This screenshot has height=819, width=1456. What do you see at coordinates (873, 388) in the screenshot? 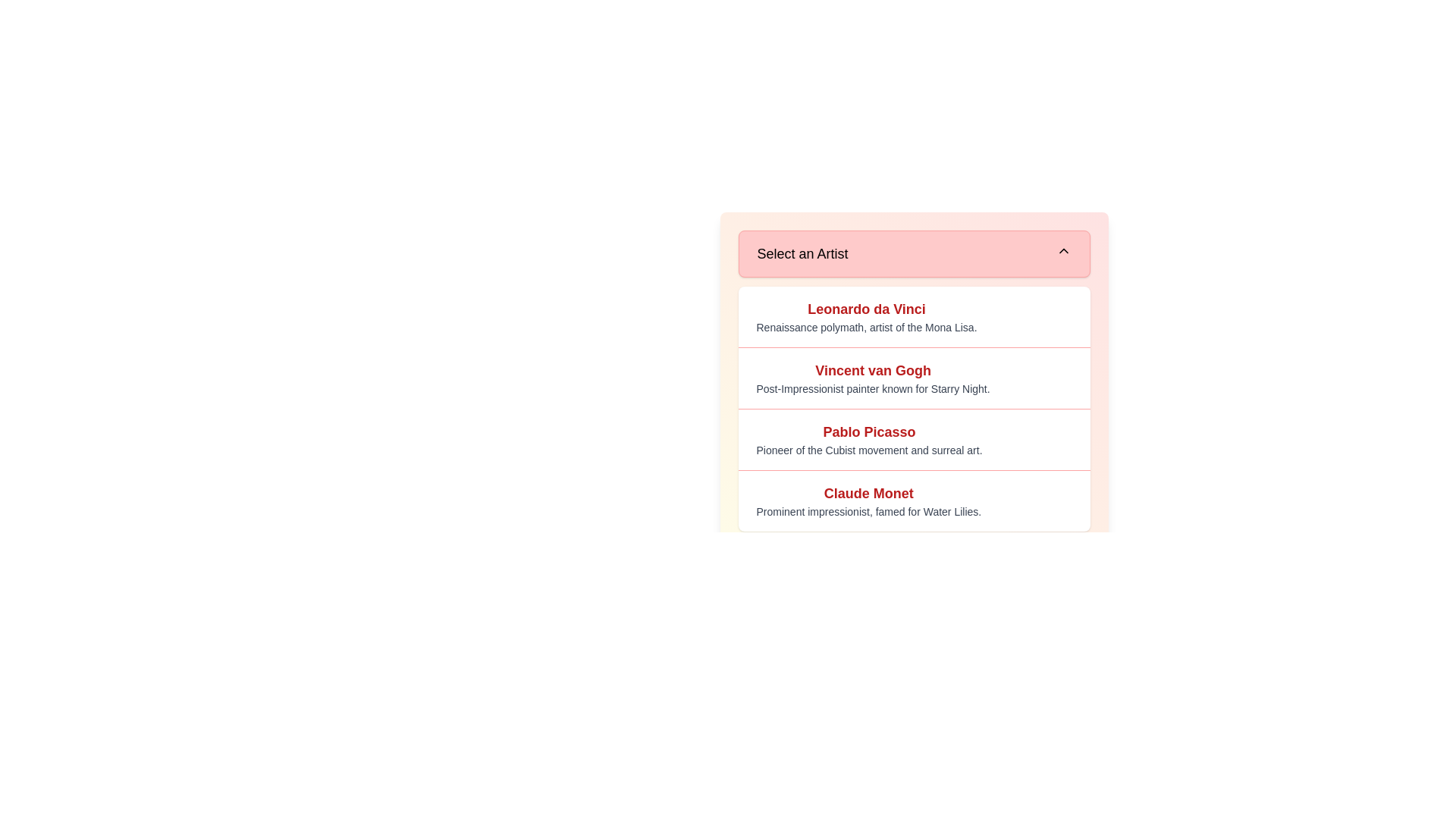
I see `additional descriptive information about the artist Vincent van Gogh, which is located directly beneath the title in the dropdown list entry group` at bounding box center [873, 388].